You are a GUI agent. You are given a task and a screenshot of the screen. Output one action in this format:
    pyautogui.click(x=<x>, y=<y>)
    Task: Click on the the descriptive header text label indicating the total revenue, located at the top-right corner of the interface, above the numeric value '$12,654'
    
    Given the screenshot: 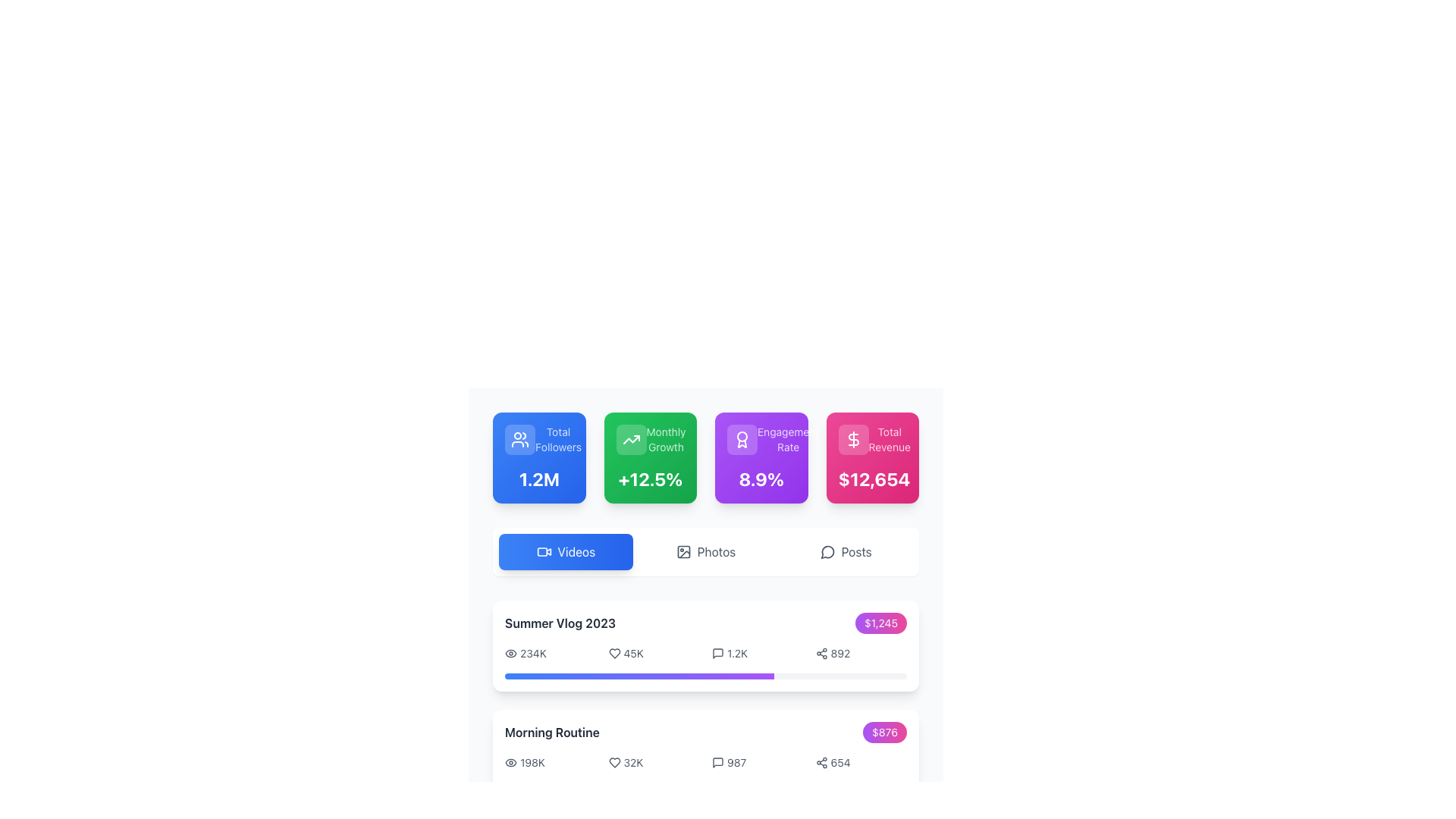 What is the action you would take?
    pyautogui.click(x=890, y=439)
    